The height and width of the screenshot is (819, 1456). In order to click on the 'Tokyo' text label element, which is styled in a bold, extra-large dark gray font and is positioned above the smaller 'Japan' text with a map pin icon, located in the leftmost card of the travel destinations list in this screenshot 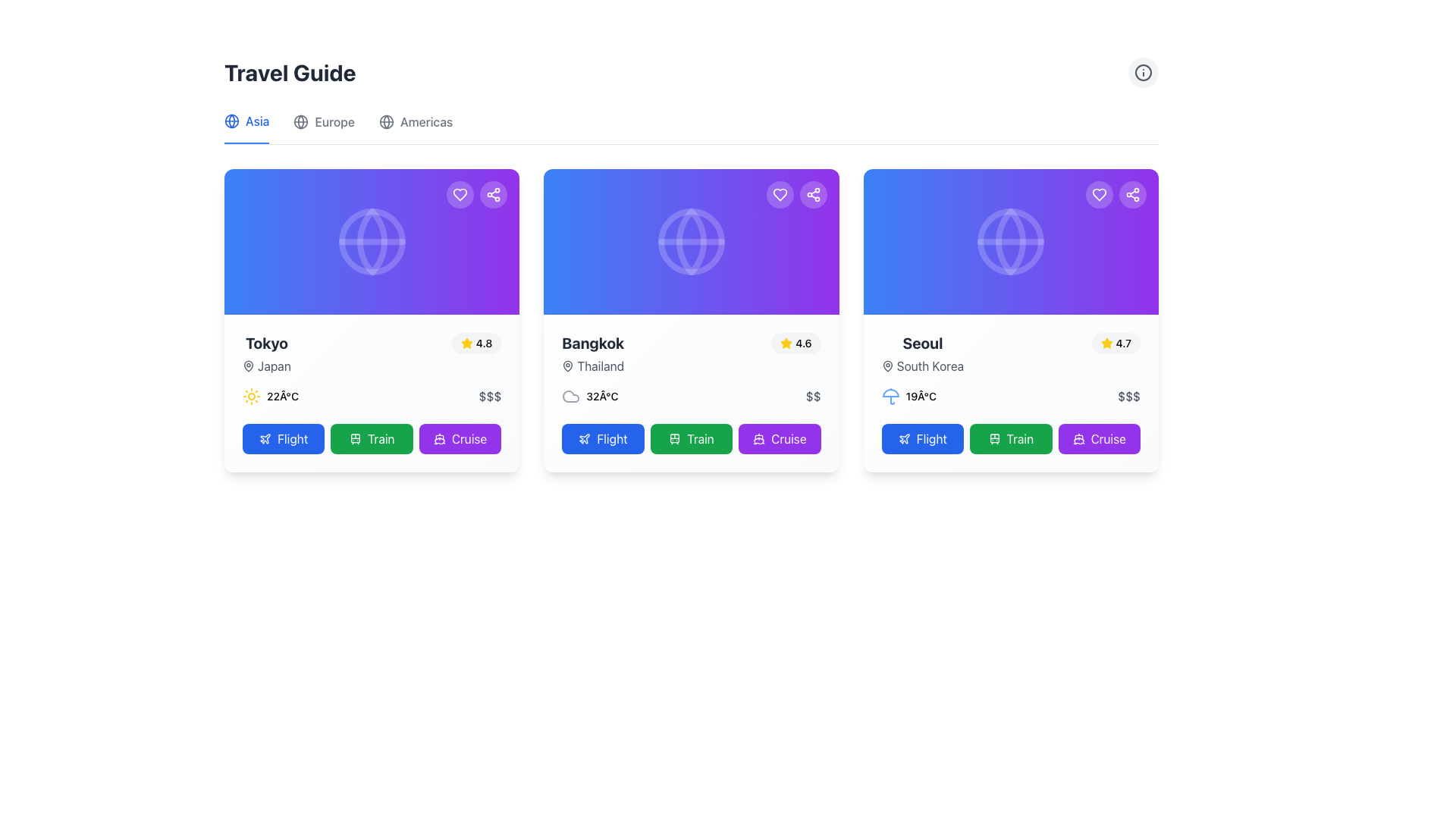, I will do `click(266, 353)`.